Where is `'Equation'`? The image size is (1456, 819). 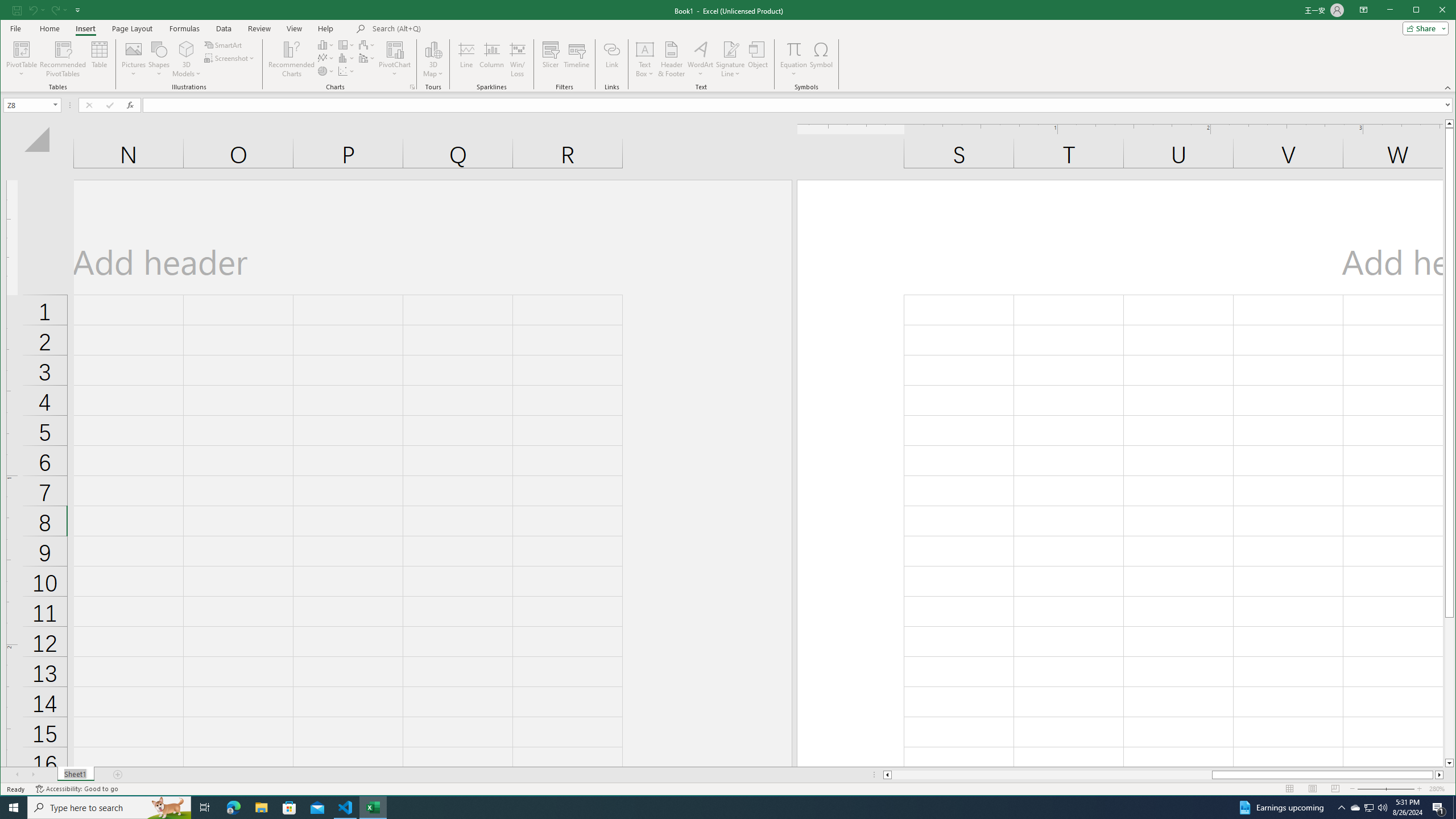 'Equation' is located at coordinates (793, 48).